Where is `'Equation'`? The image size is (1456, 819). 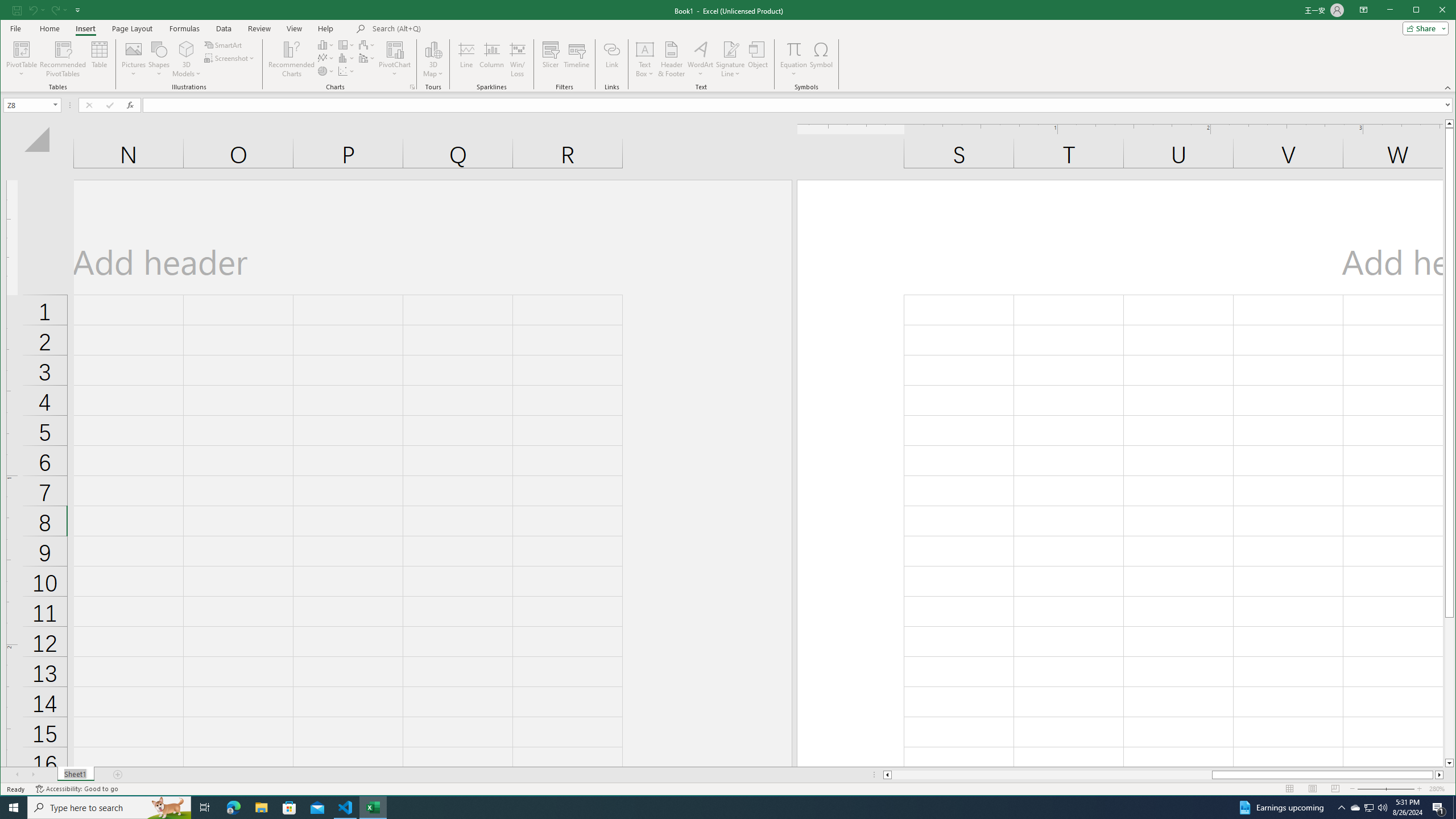 'Equation' is located at coordinates (793, 48).